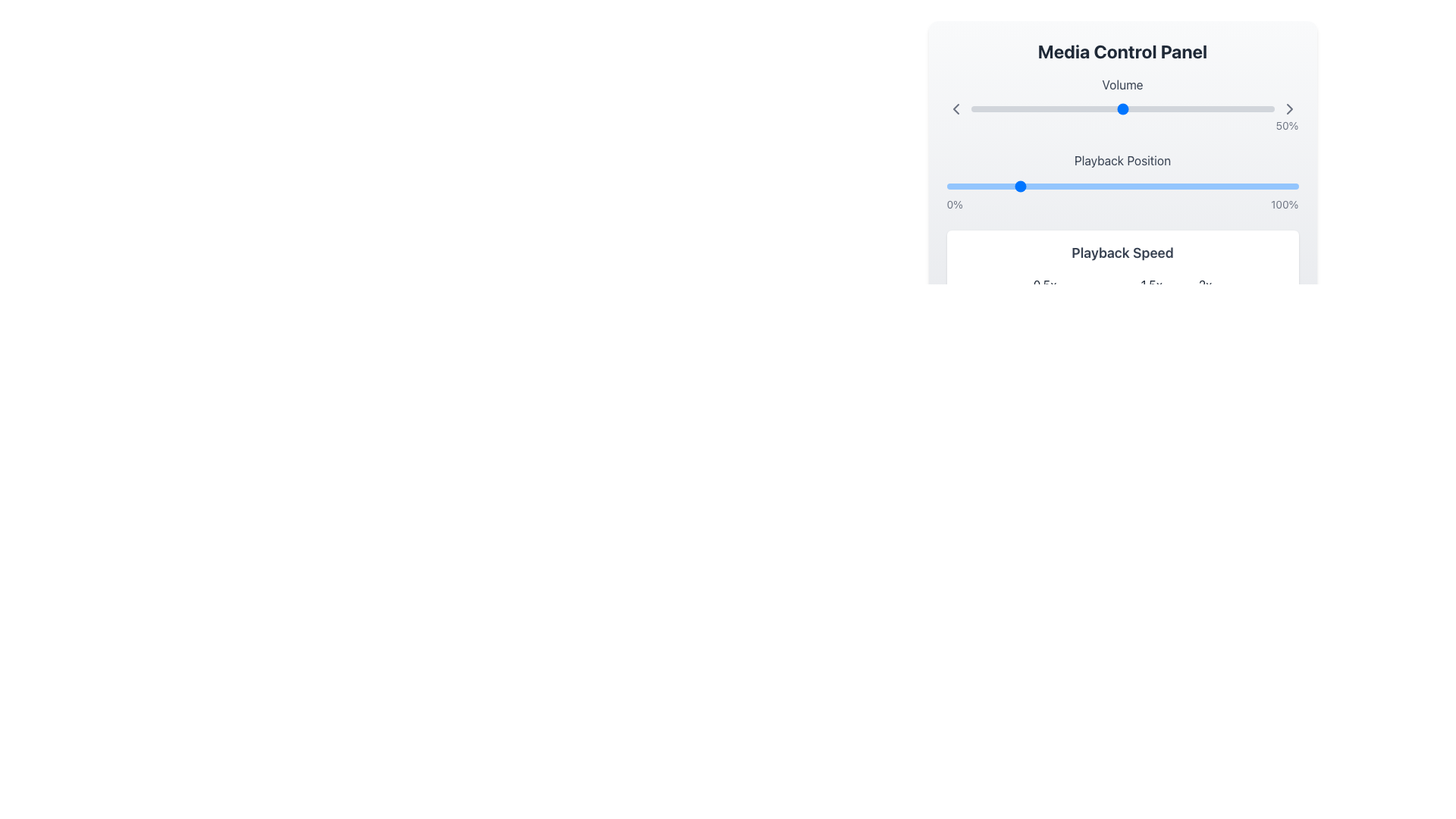  I want to click on the Text Label indicating the starting value of 0% for the 'Playback Position' slider, located at the bottom-left of the interface, so click(954, 205).